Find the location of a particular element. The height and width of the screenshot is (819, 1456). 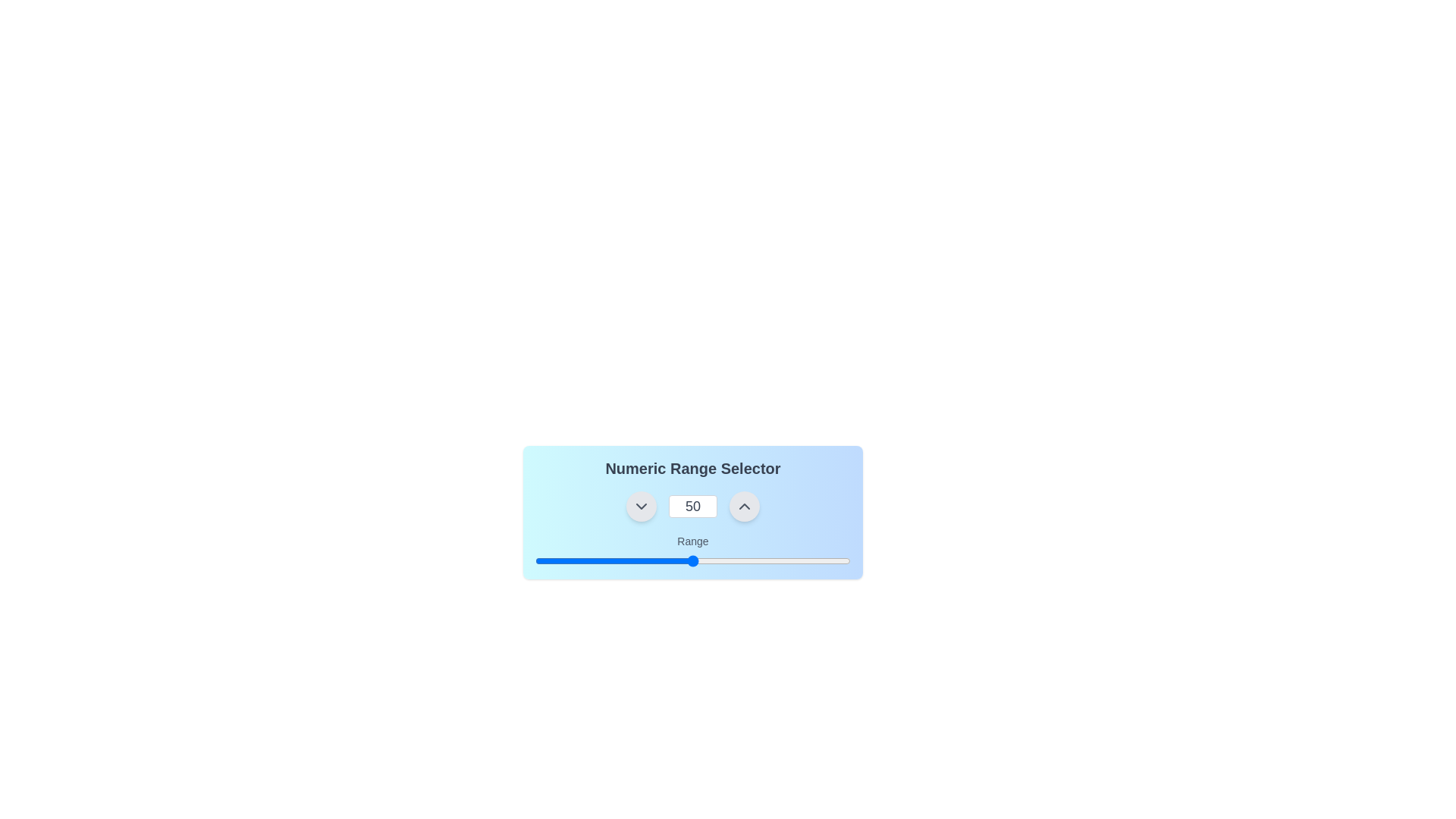

the chevron icon located inside the circular button on the left side of the numeric input interface is located at coordinates (641, 506).